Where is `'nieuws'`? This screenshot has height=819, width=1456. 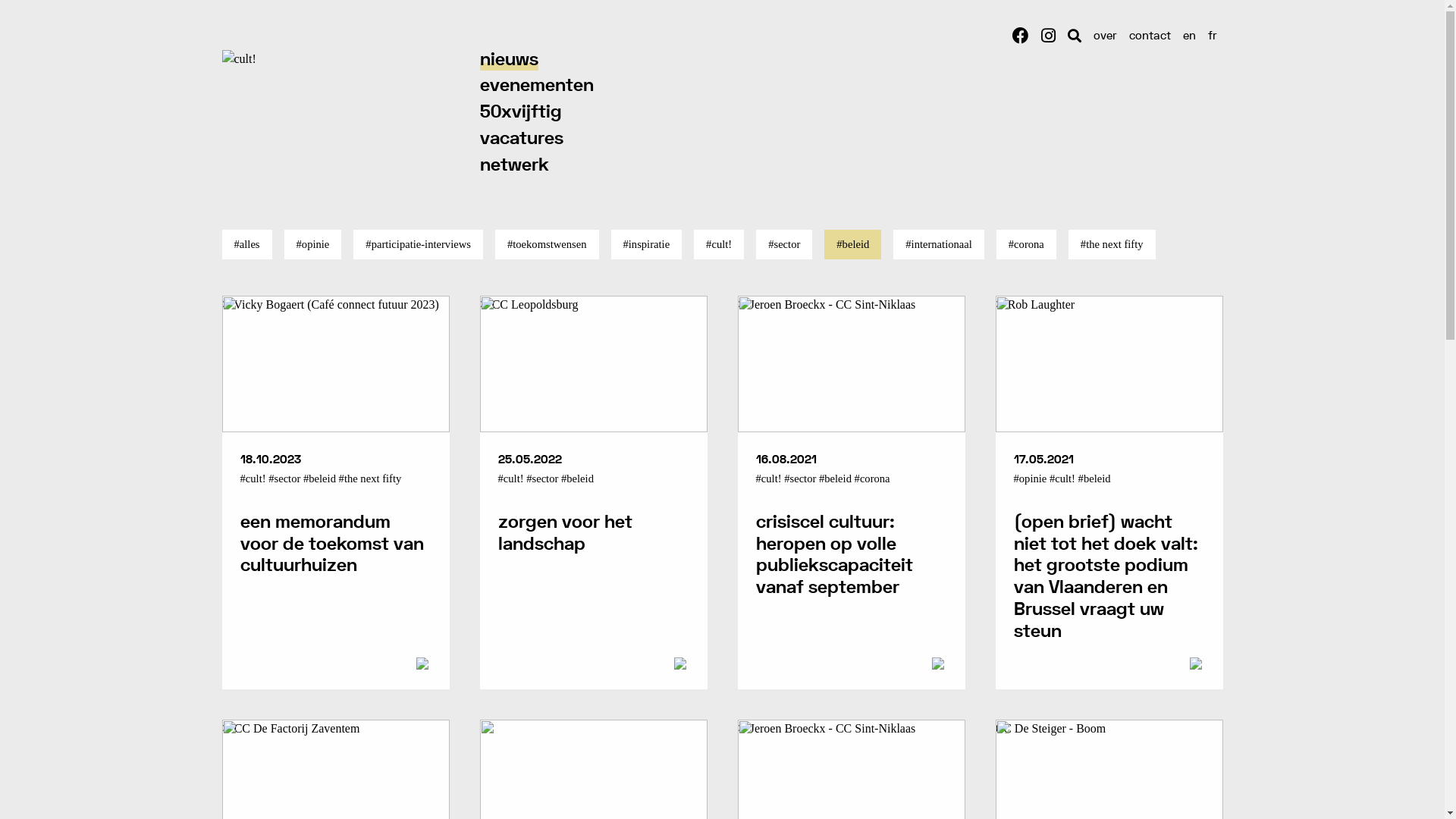 'nieuws' is located at coordinates (508, 59).